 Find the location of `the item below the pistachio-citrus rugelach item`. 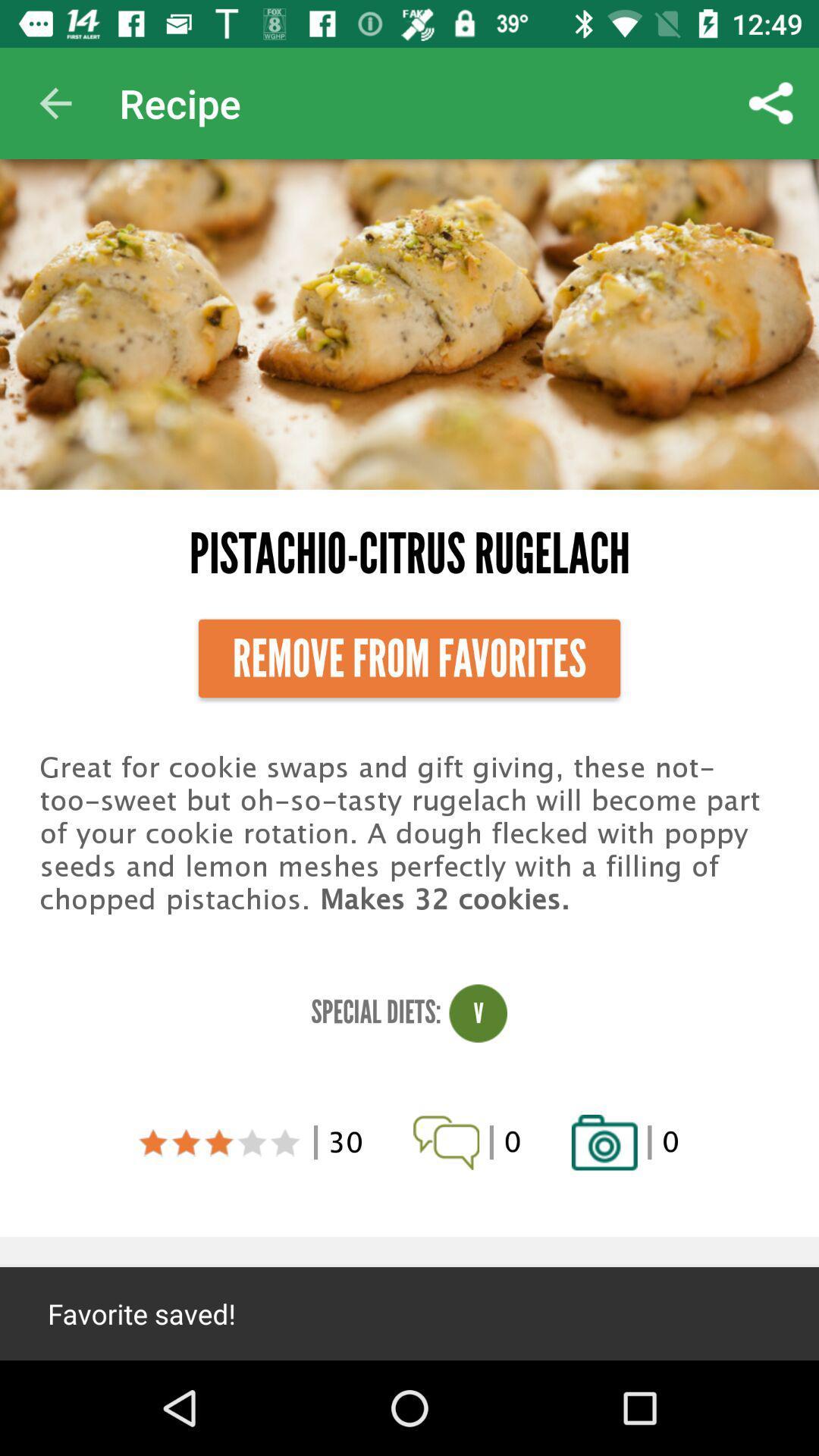

the item below the pistachio-citrus rugelach item is located at coordinates (409, 658).